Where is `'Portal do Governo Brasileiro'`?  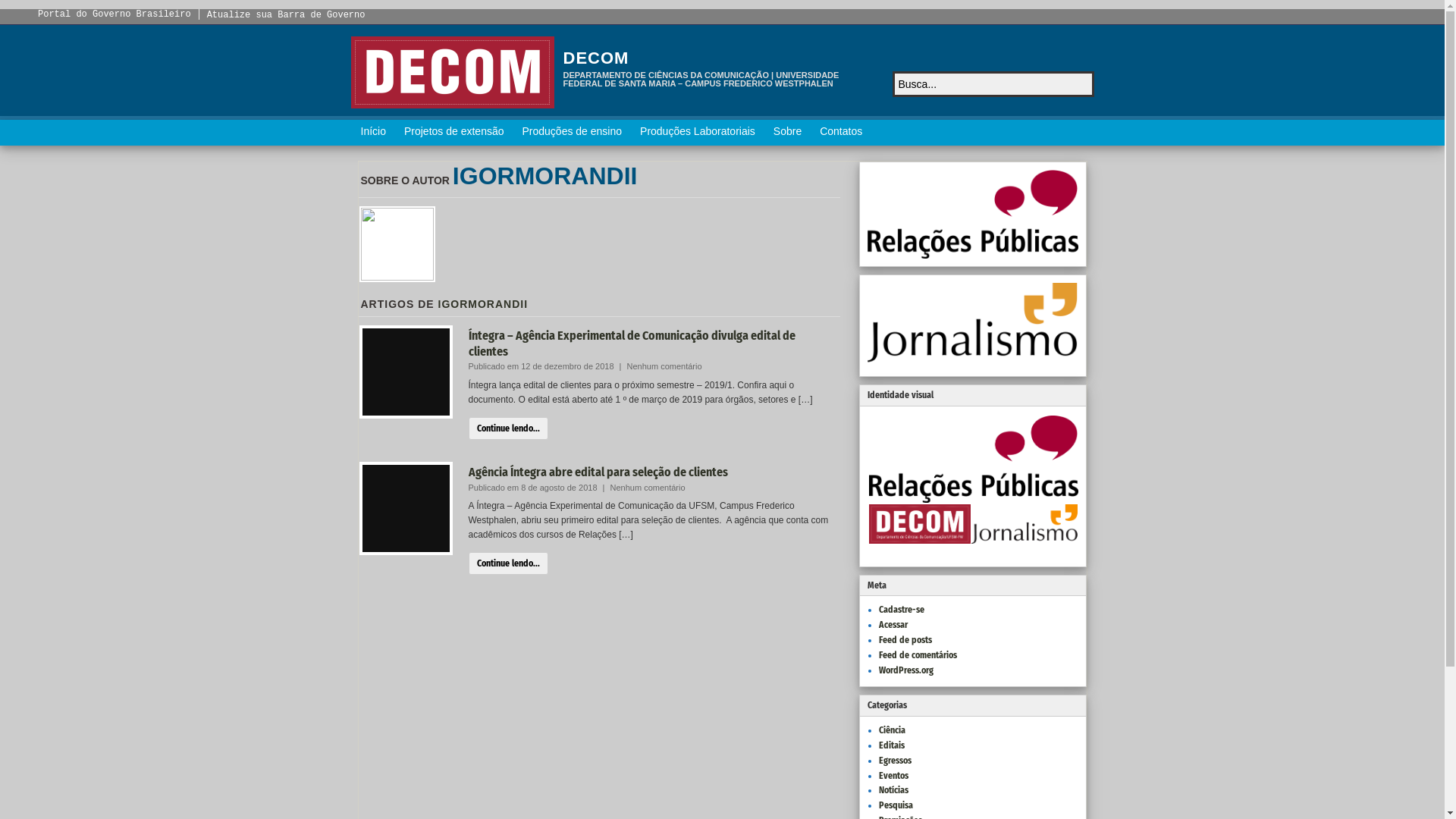
'Portal do Governo Brasileiro' is located at coordinates (113, 14).